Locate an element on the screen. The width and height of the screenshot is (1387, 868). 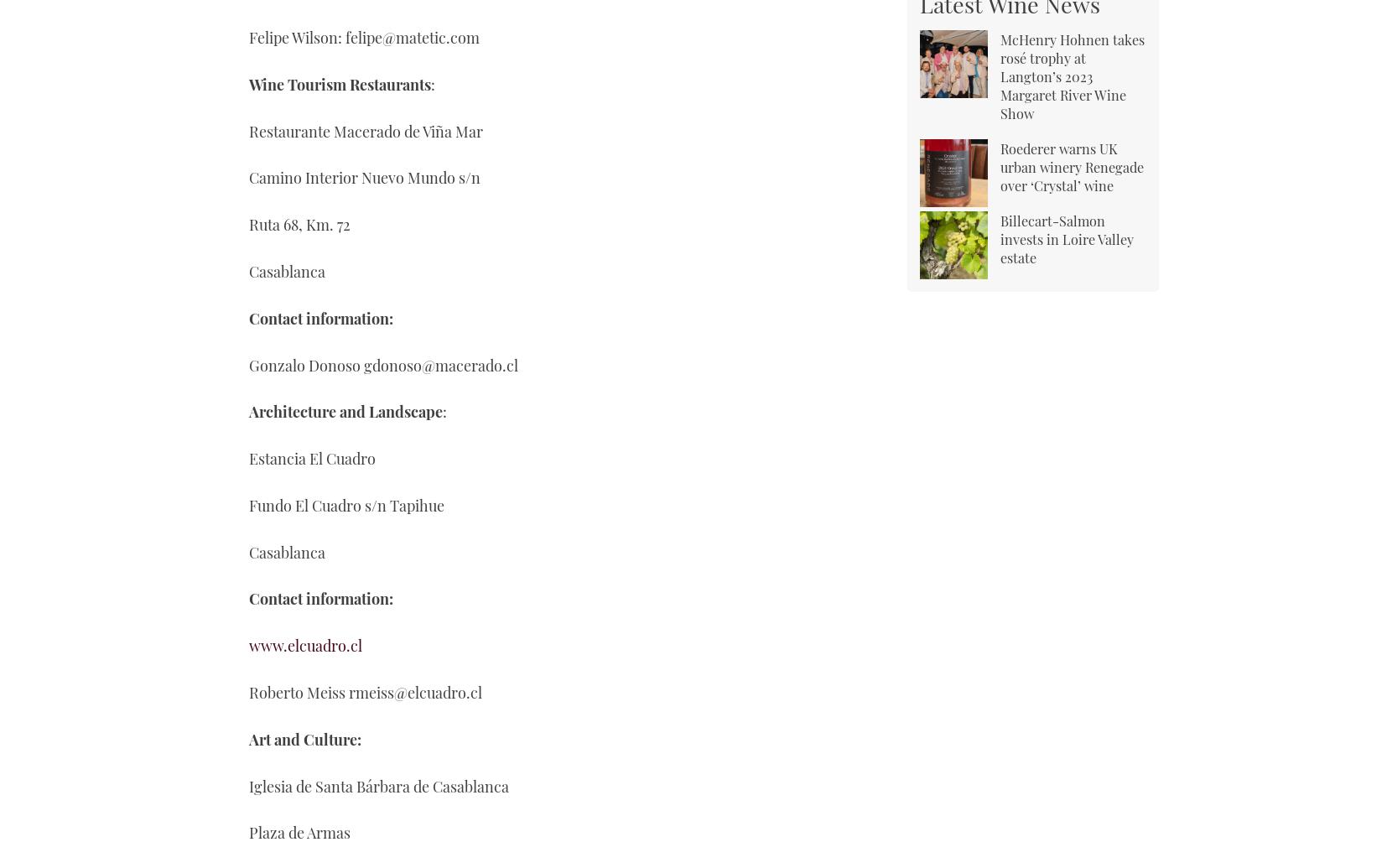
'Gonzalo Donoso gdonoso@macerado.cl' is located at coordinates (383, 365).